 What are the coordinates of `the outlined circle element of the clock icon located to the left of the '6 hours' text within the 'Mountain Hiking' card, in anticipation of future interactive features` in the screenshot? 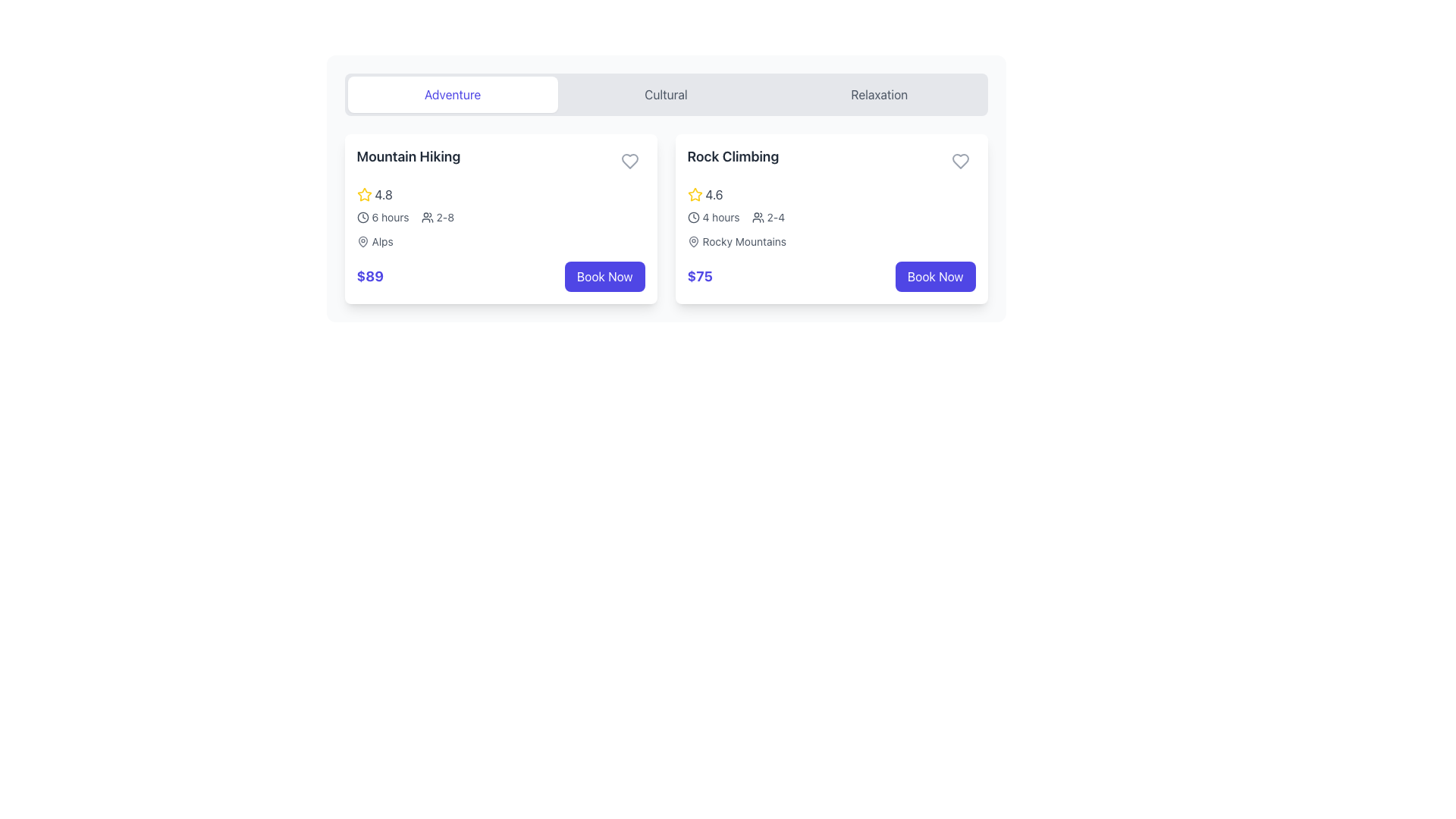 It's located at (362, 217).